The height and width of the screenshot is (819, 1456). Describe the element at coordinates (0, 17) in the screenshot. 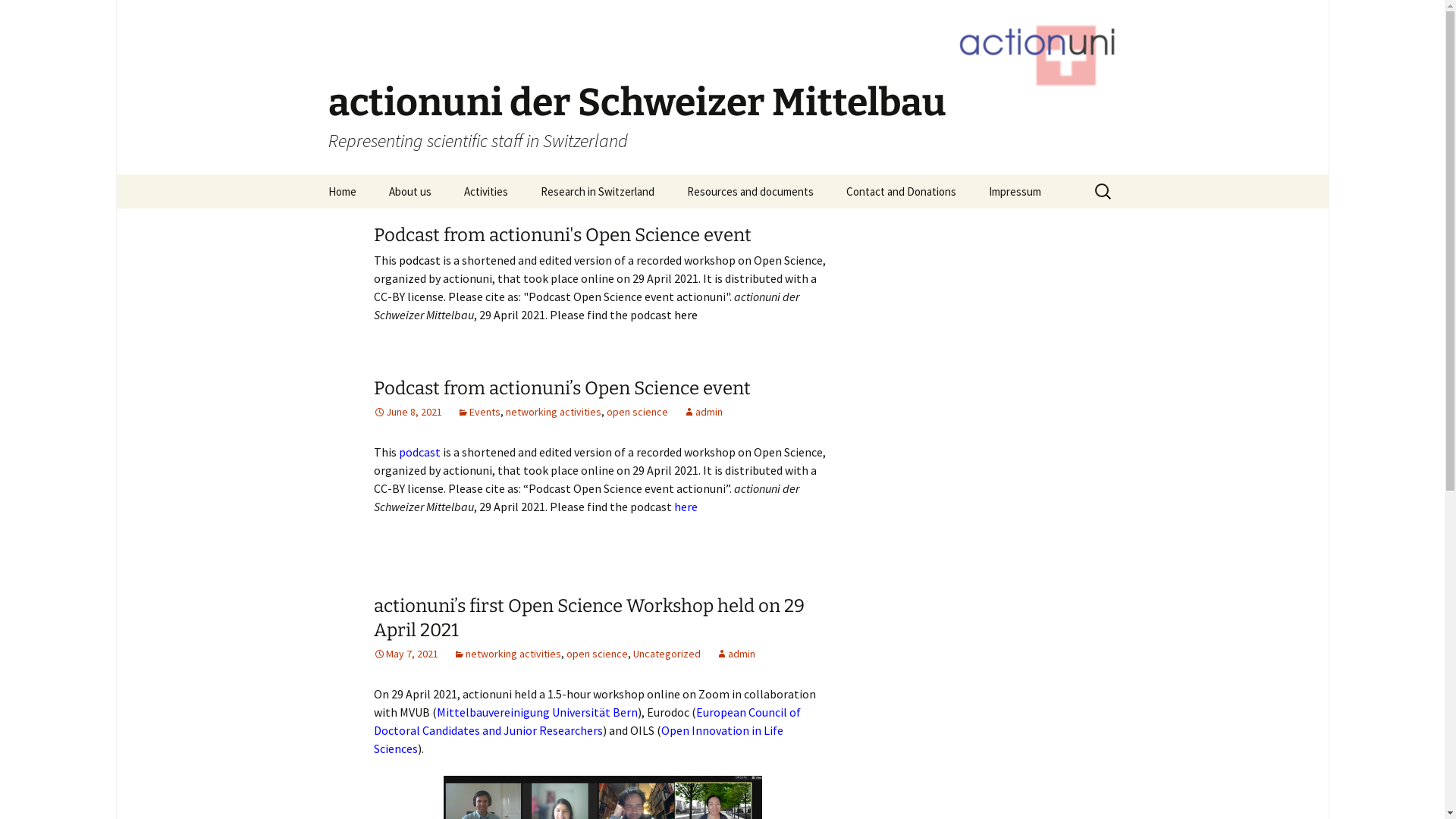

I see `'Search'` at that location.